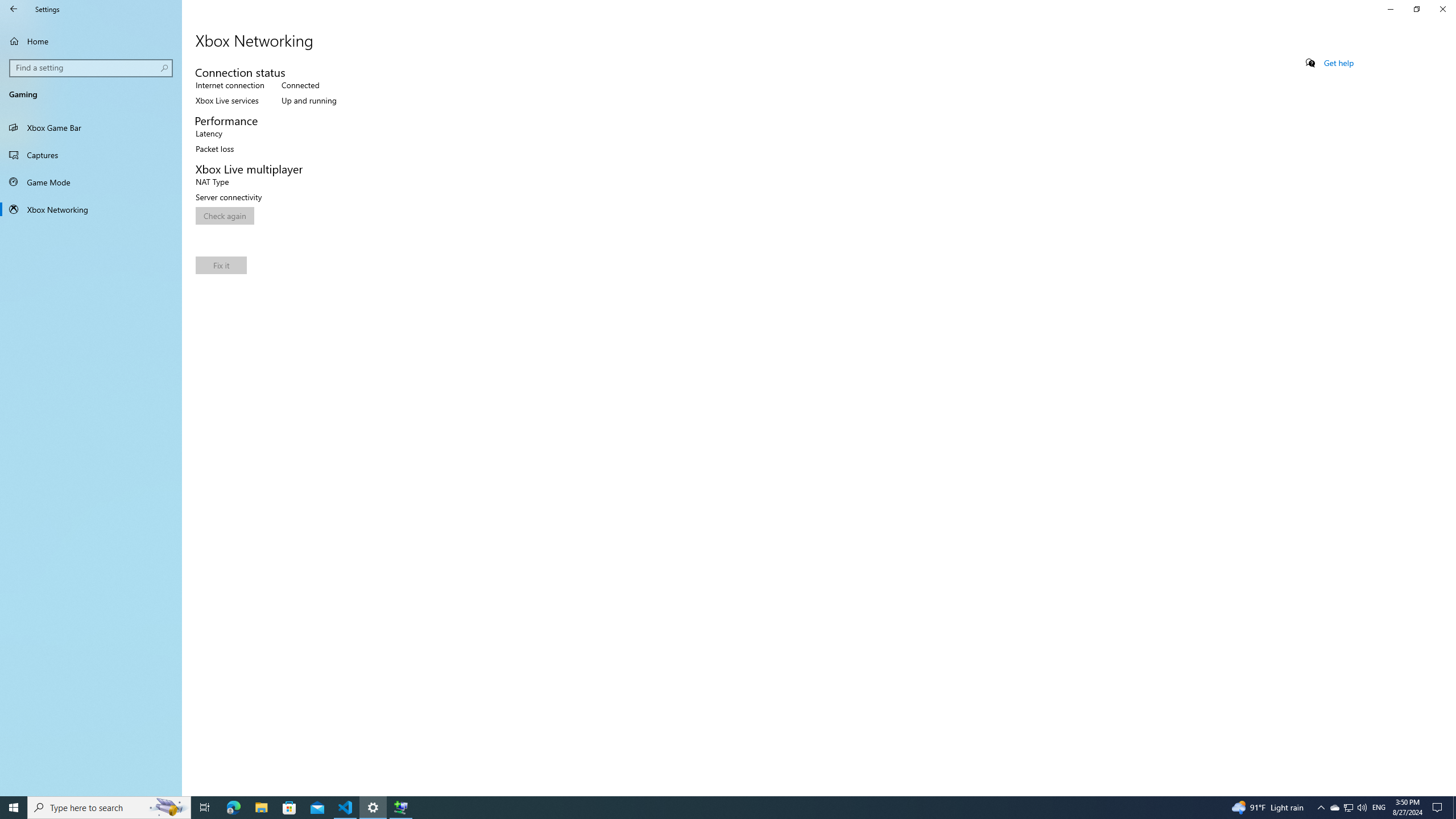 The width and height of the screenshot is (1456, 819). I want to click on 'Minimize Settings', so click(1389, 9).